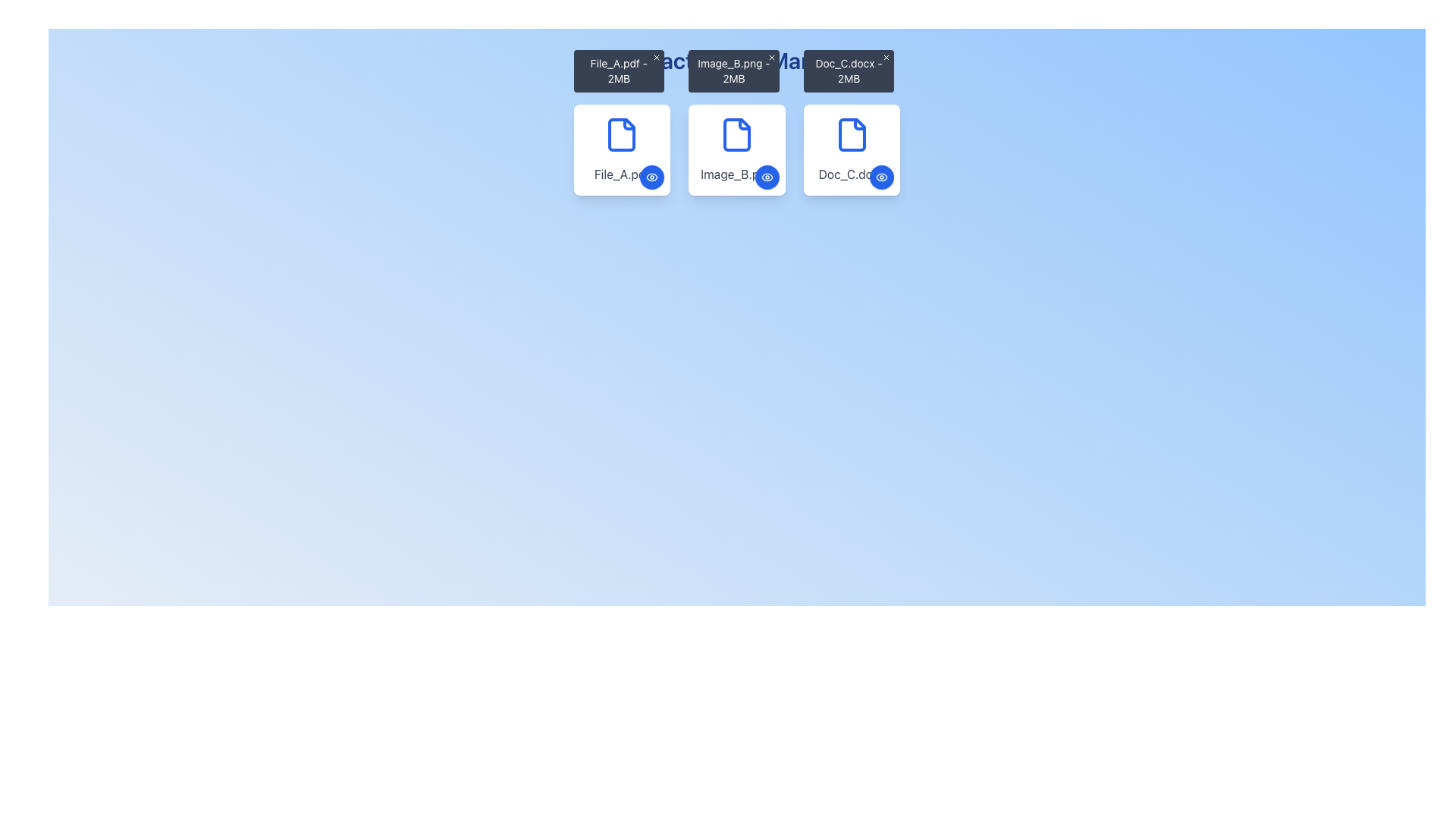 The height and width of the screenshot is (819, 1456). Describe the element at coordinates (767, 177) in the screenshot. I see `the preview button located at the bottom-right corner of the card labeled 'Image_B.png - 2MB'` at that location.